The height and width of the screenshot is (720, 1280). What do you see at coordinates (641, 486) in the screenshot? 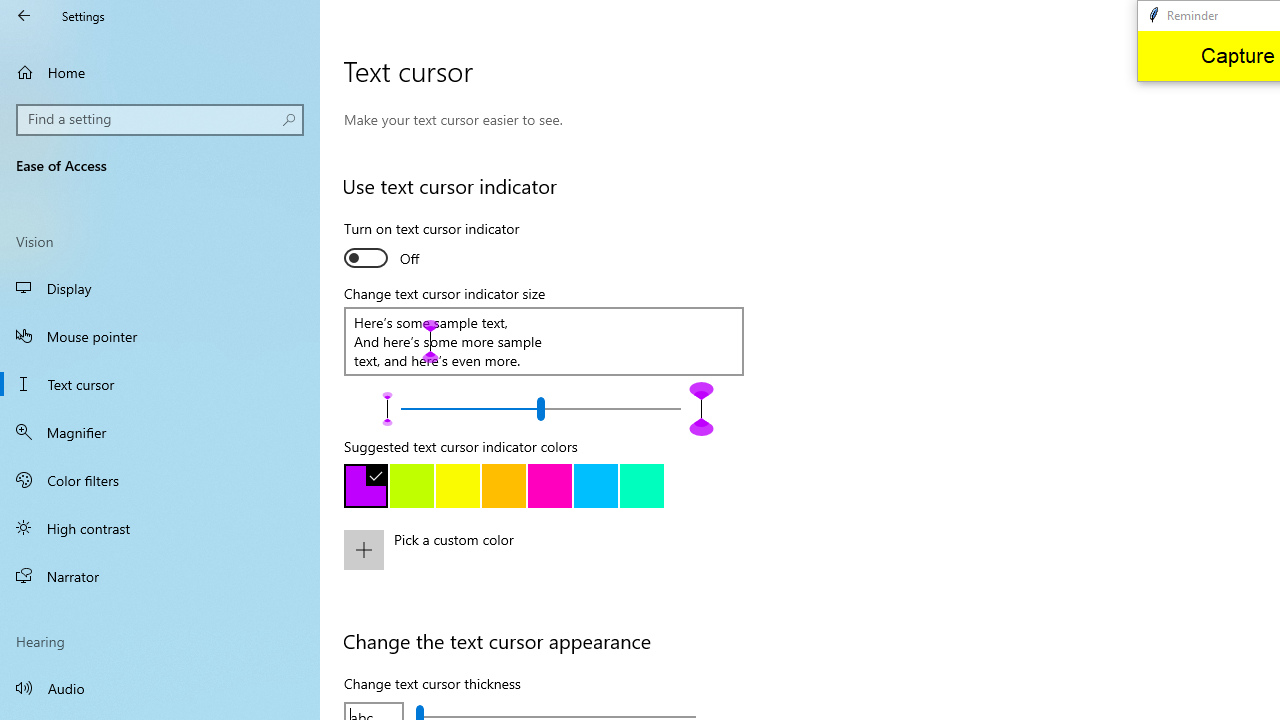
I see `'Green'` at bounding box center [641, 486].